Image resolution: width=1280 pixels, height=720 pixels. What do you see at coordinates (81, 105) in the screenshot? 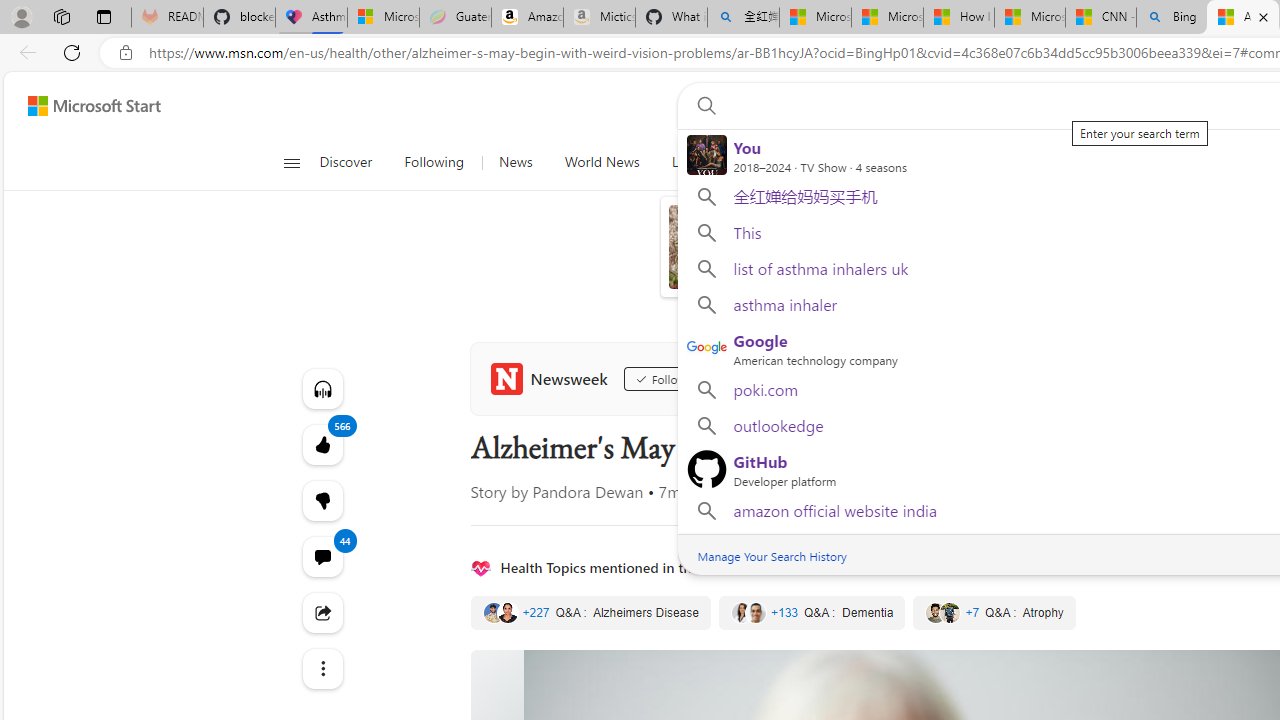
I see `'Skip to footer'` at bounding box center [81, 105].